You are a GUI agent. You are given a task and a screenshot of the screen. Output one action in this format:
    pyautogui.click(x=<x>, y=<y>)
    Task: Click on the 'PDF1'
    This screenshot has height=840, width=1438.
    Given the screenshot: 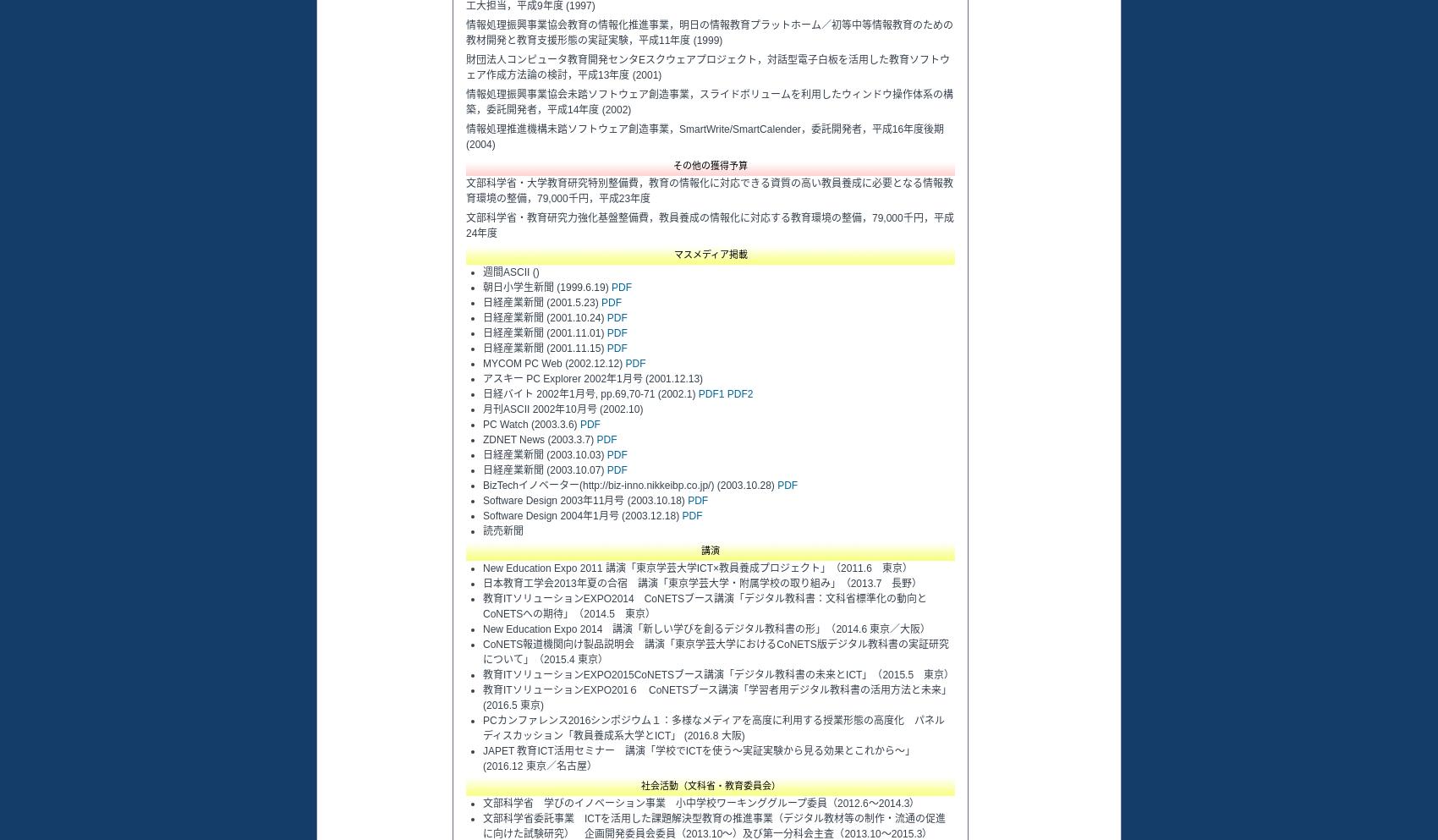 What is the action you would take?
    pyautogui.click(x=710, y=393)
    